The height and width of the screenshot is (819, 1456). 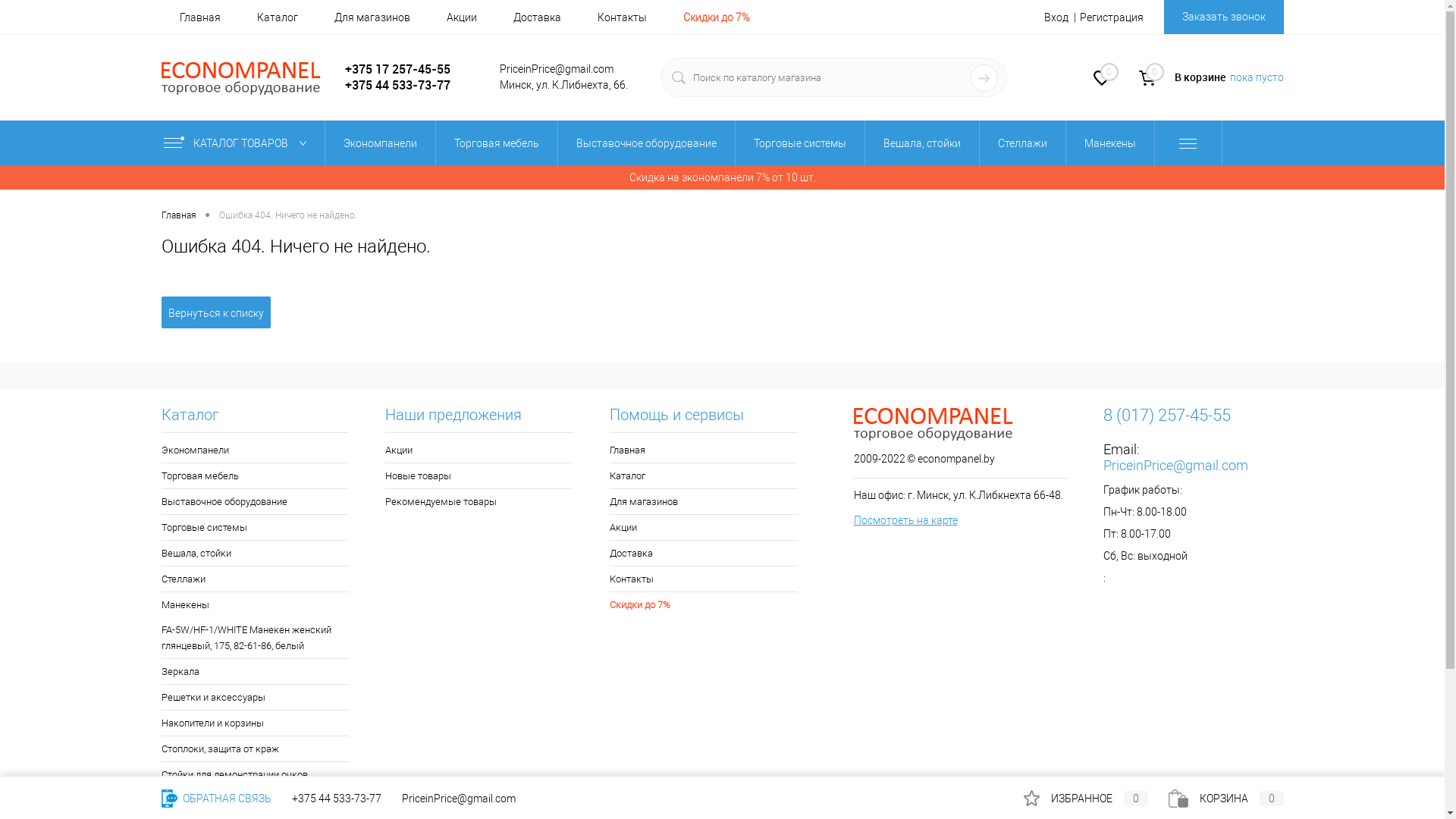 I want to click on '0', so click(x=1100, y=80).